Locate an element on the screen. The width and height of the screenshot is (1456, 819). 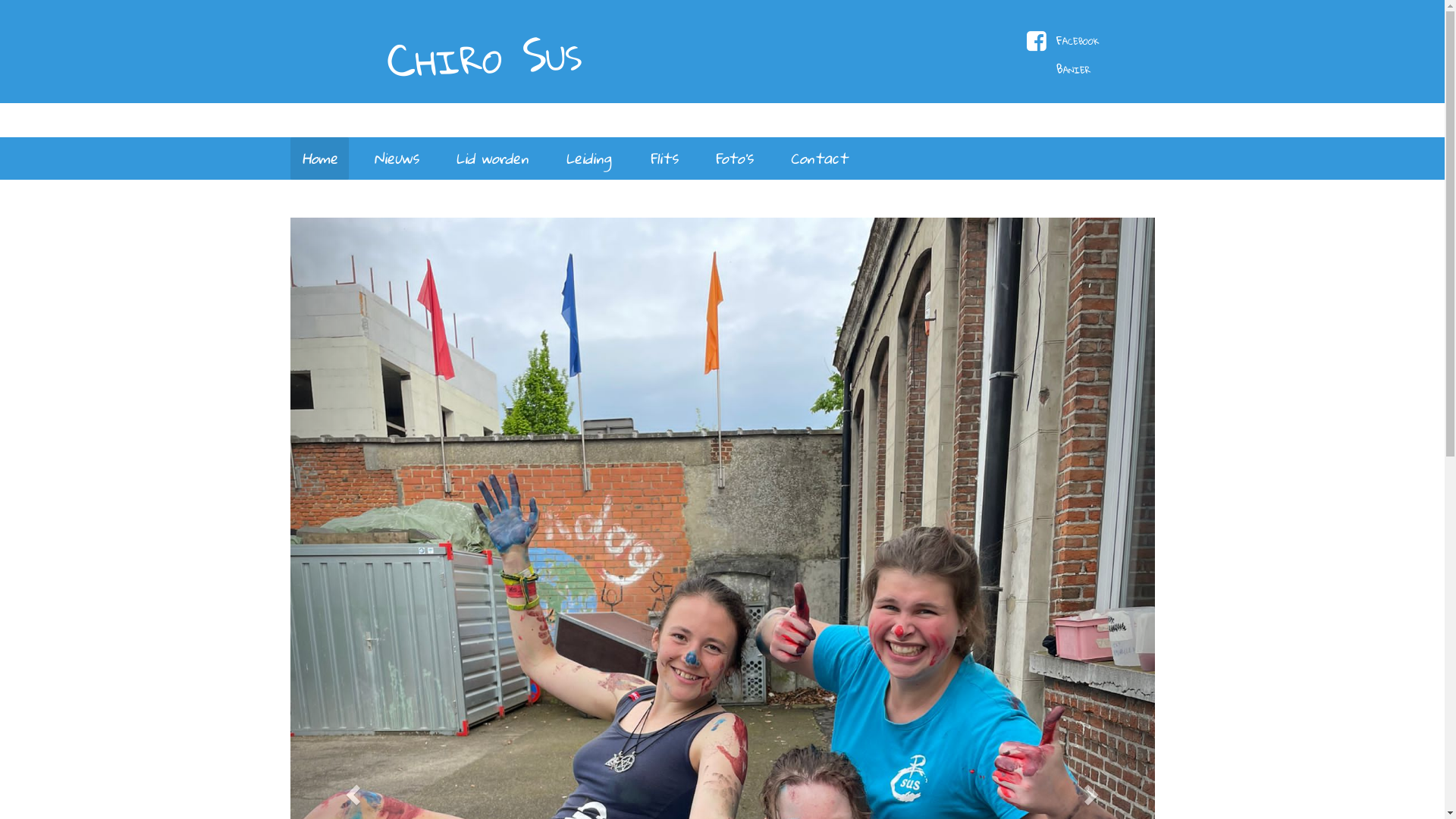
'Home' is located at coordinates (318, 158).